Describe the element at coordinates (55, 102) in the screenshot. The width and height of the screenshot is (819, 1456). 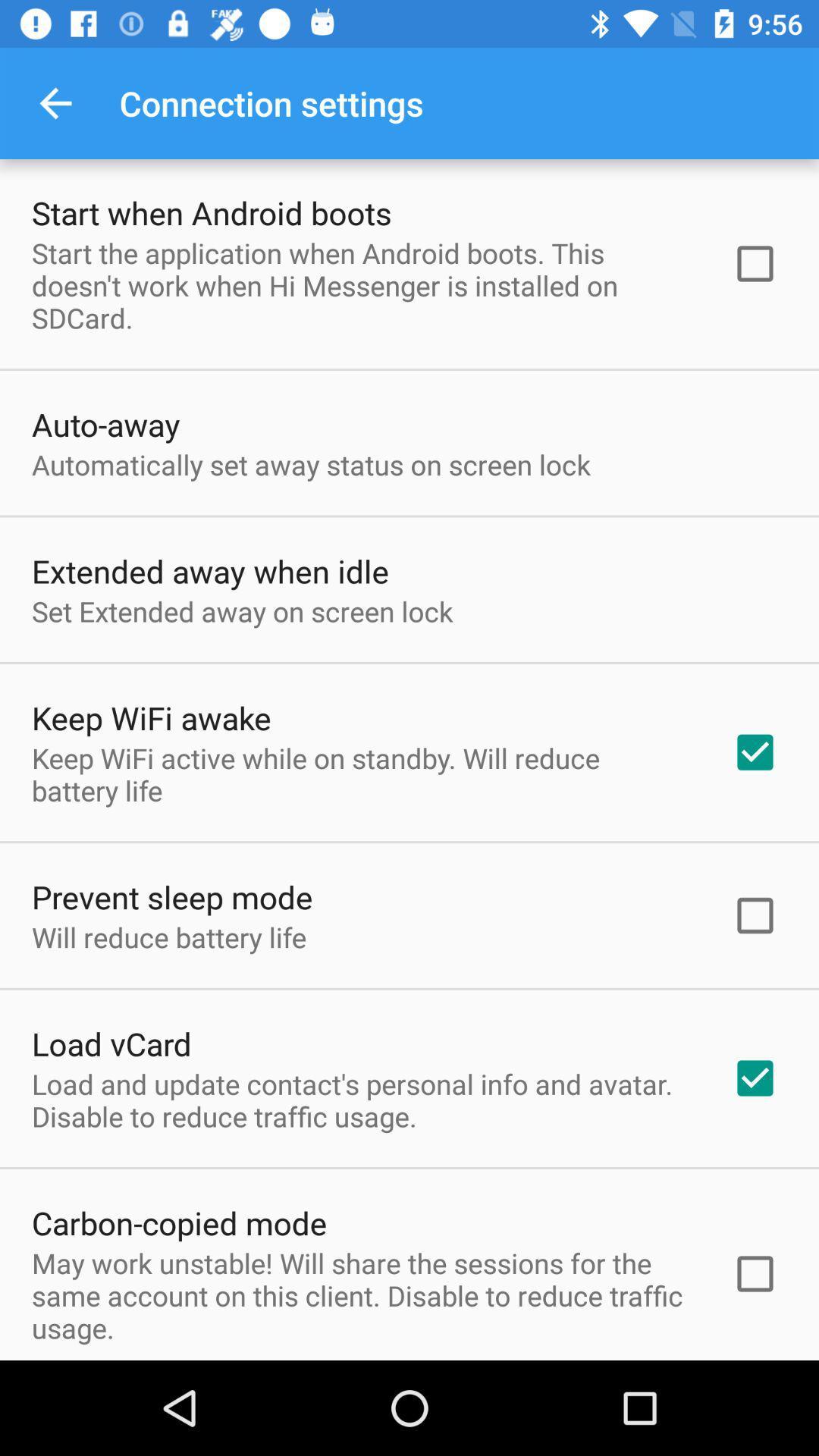
I see `the app to the left of connection settings` at that location.